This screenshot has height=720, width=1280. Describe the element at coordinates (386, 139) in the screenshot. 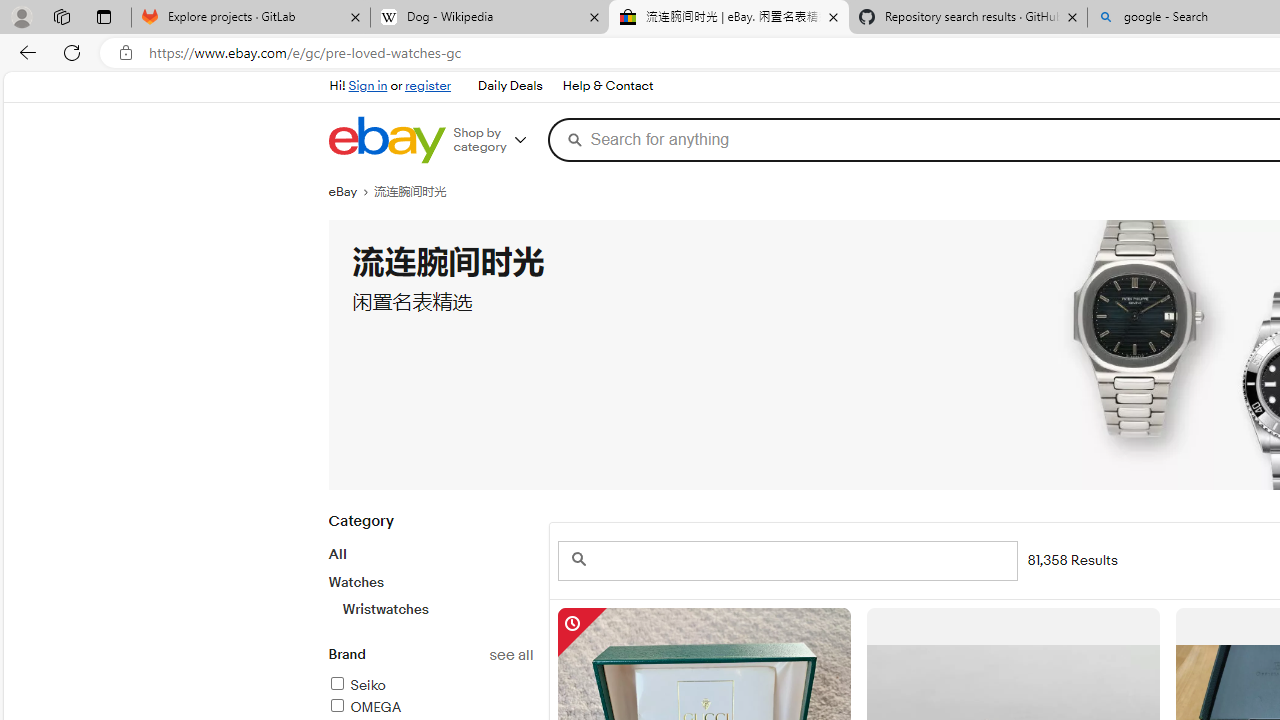

I see `'eBay Home'` at that location.